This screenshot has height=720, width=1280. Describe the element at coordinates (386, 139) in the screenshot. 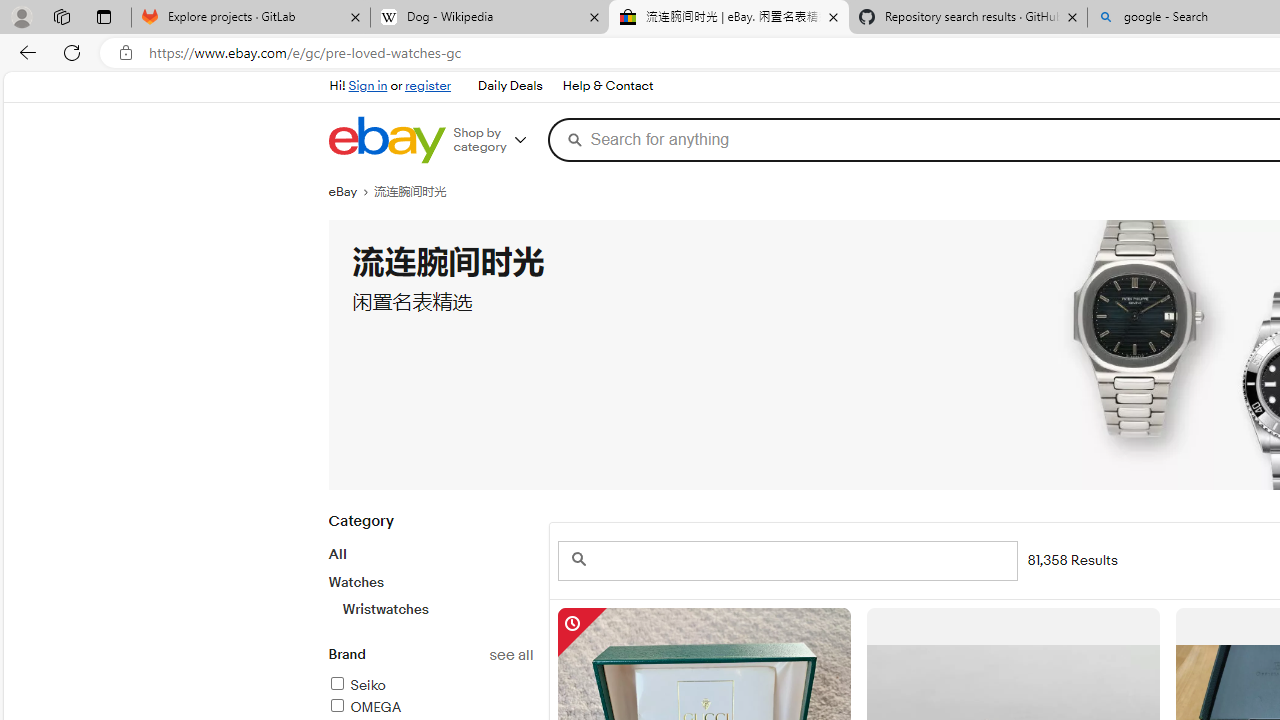

I see `'eBay Home'` at that location.